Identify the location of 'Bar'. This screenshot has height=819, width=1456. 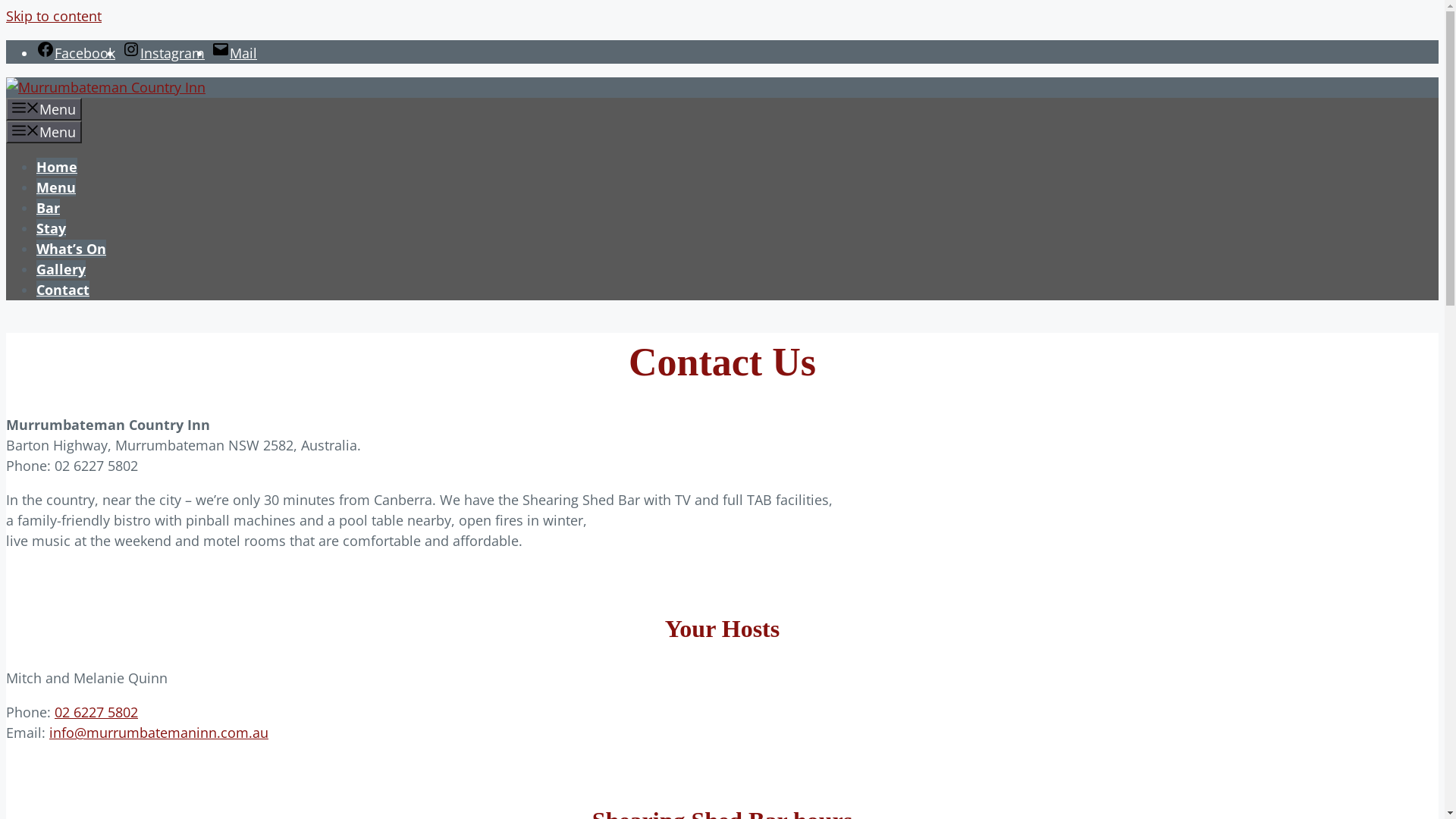
(48, 207).